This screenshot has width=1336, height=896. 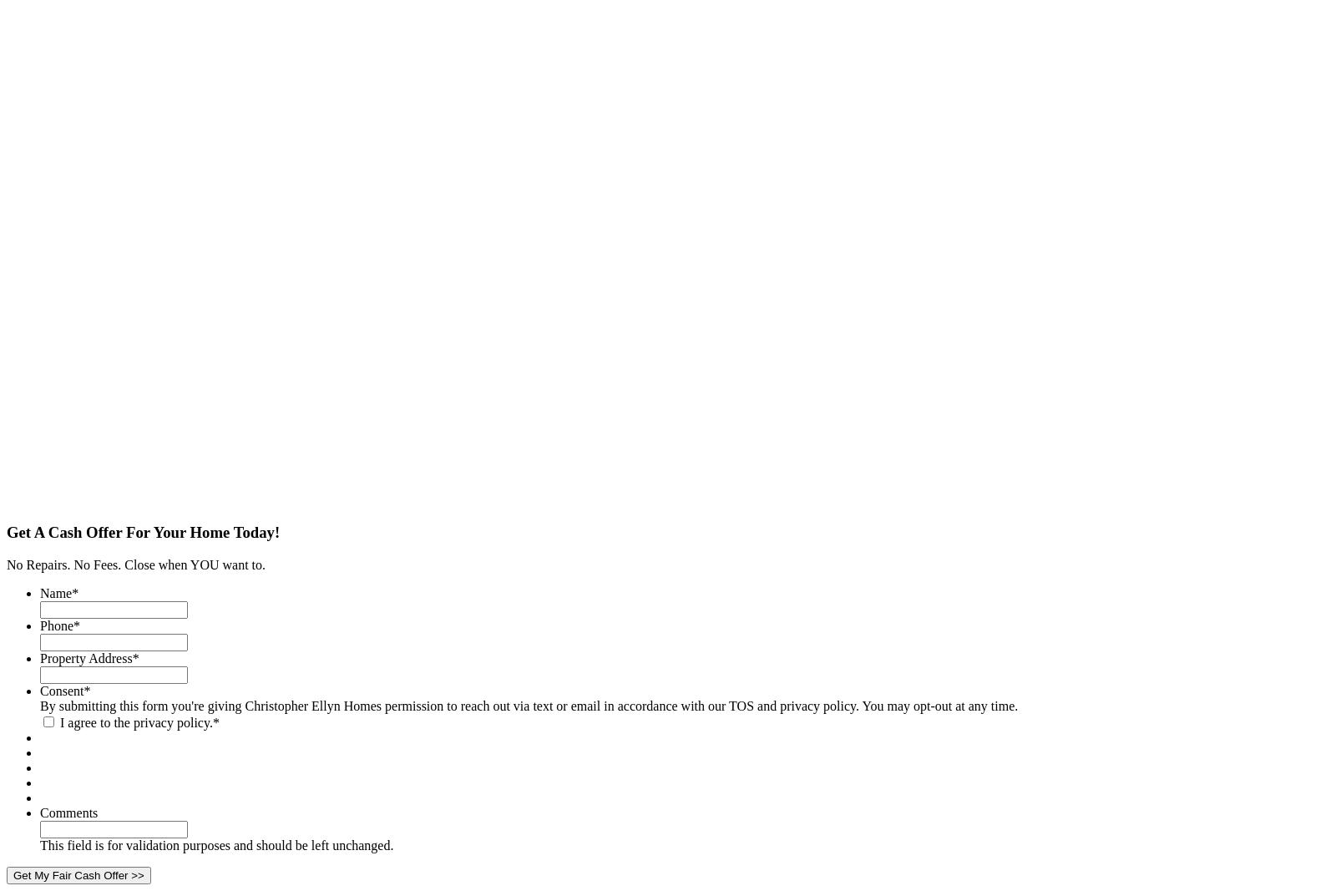 What do you see at coordinates (56, 625) in the screenshot?
I see `'Phone'` at bounding box center [56, 625].